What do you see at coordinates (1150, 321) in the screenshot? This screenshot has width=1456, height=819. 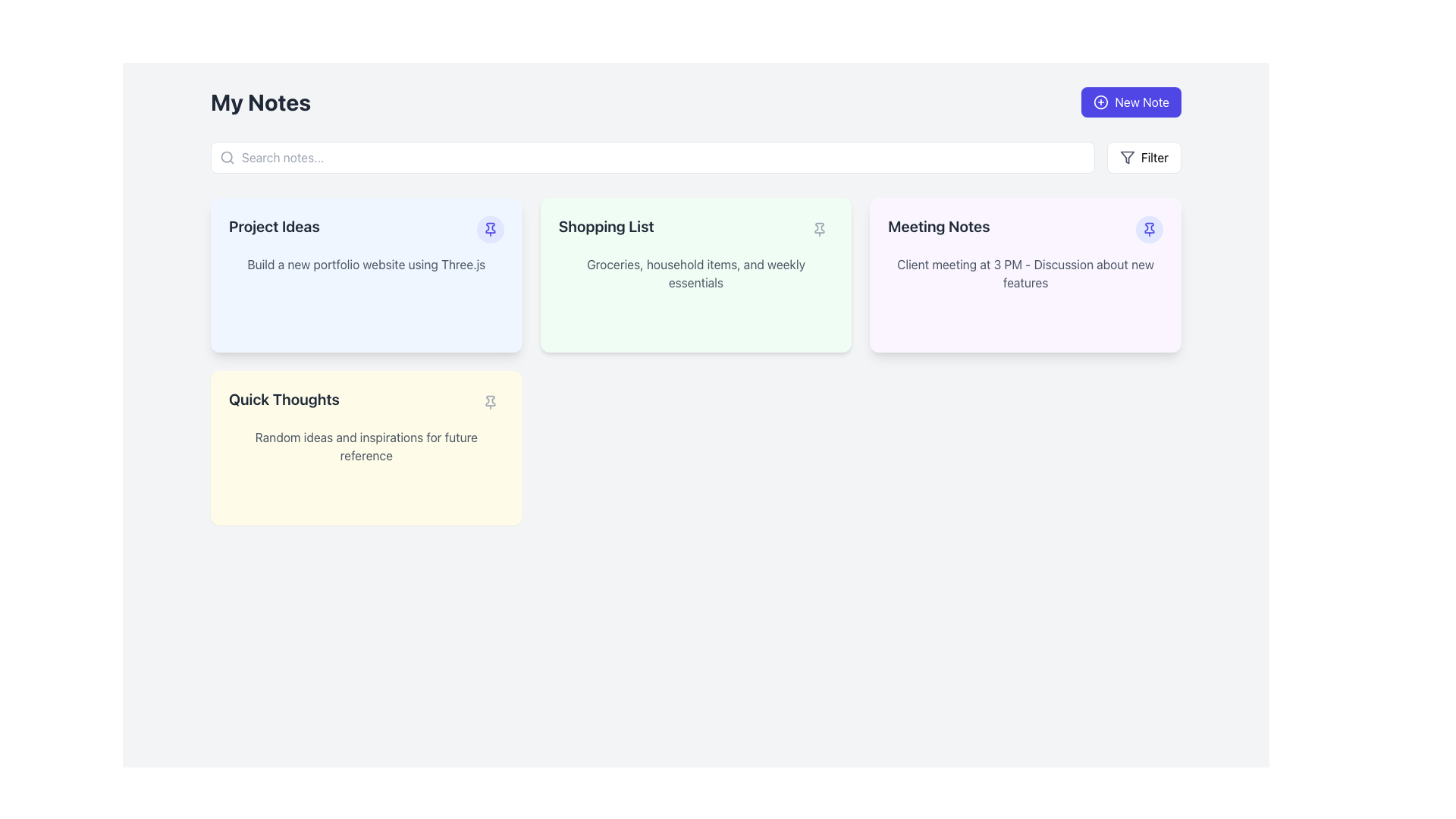 I see `the delete button located at the bottom right corner of the 'Meeting Notes' card` at bounding box center [1150, 321].